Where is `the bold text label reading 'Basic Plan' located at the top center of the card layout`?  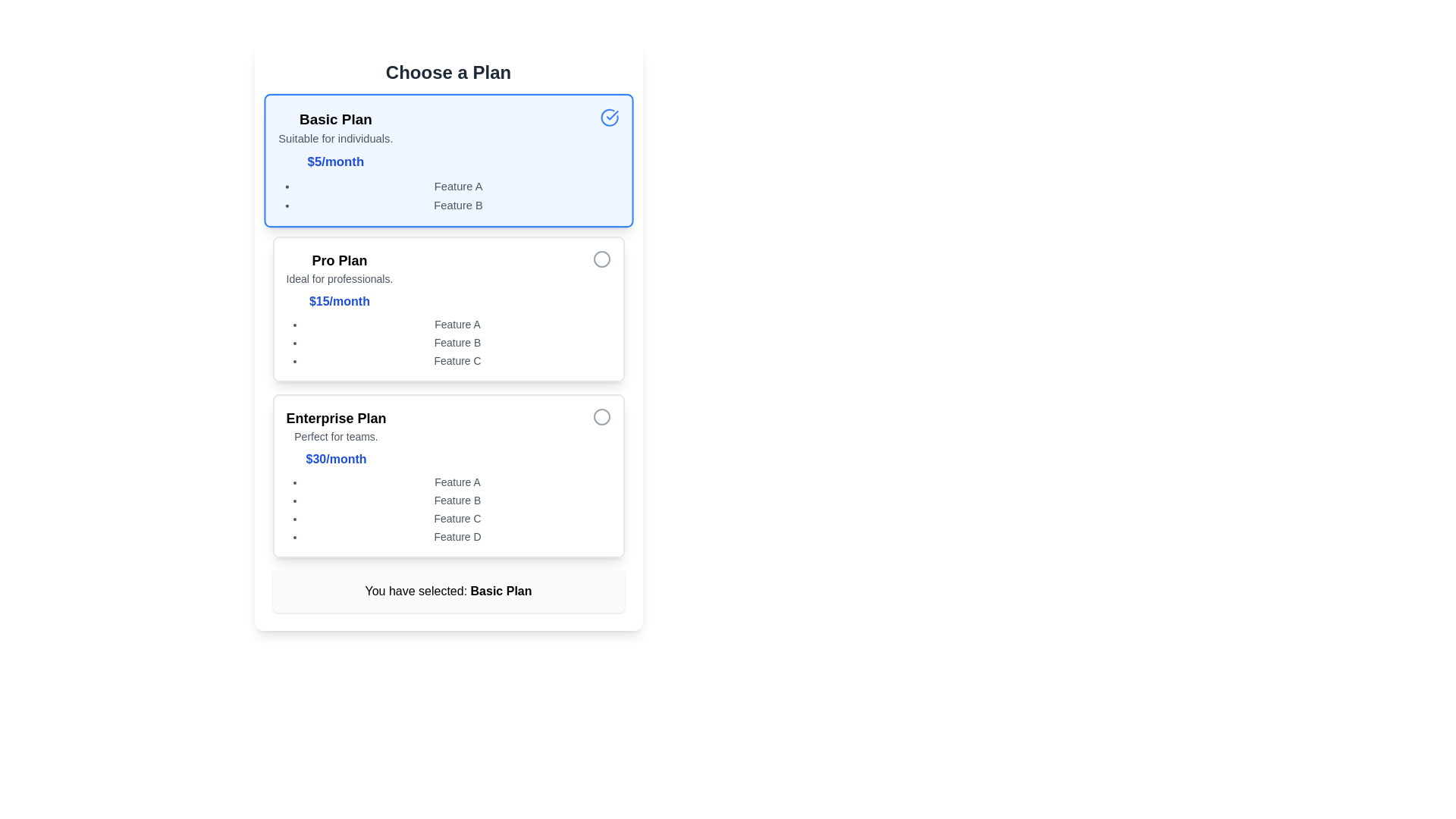 the bold text label reading 'Basic Plan' located at the top center of the card layout is located at coordinates (334, 118).